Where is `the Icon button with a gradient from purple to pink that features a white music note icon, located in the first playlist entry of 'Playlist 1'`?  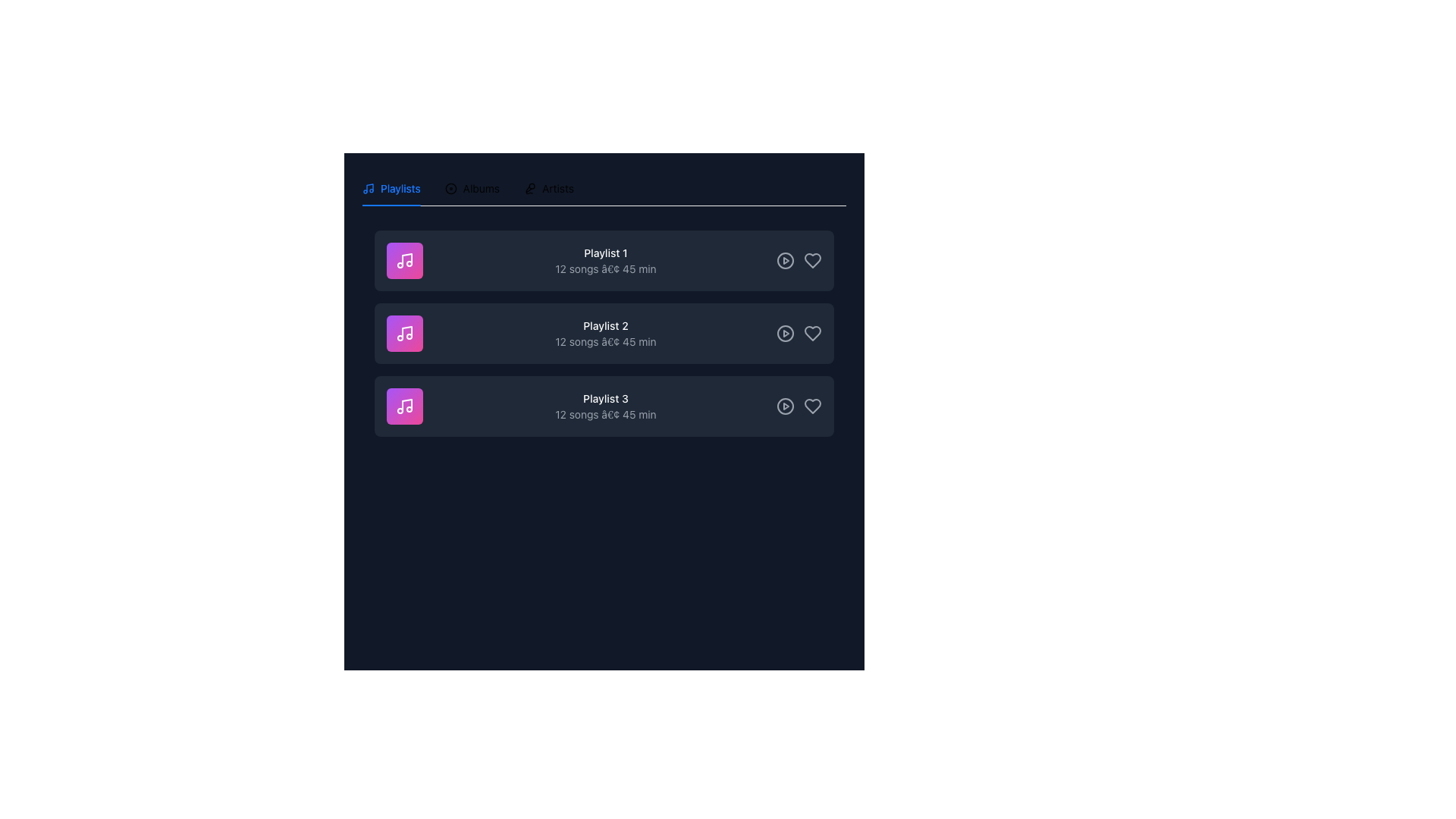
the Icon button with a gradient from purple to pink that features a white music note icon, located in the first playlist entry of 'Playlist 1' is located at coordinates (404, 259).